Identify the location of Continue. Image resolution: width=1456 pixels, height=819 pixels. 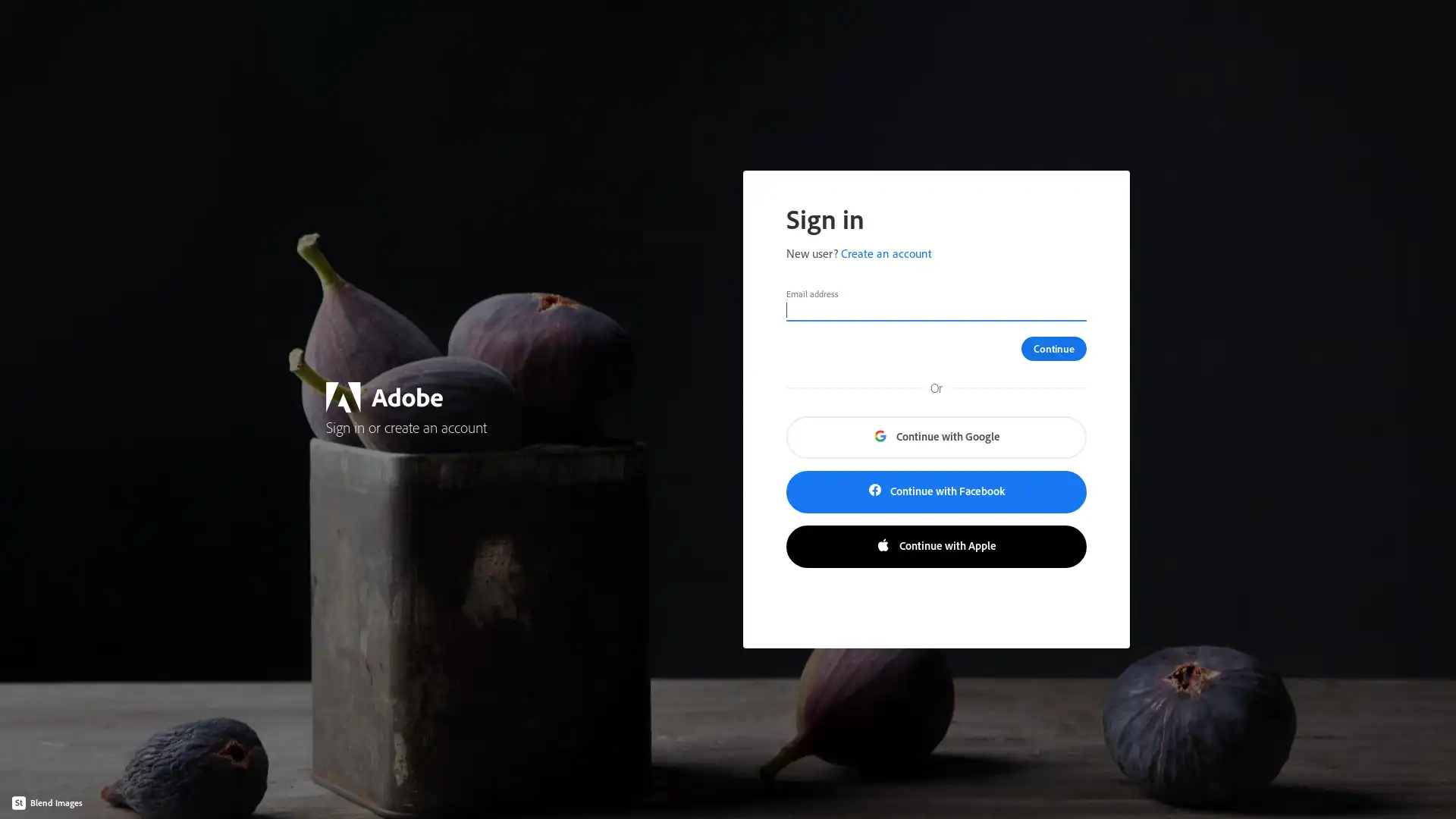
(1053, 348).